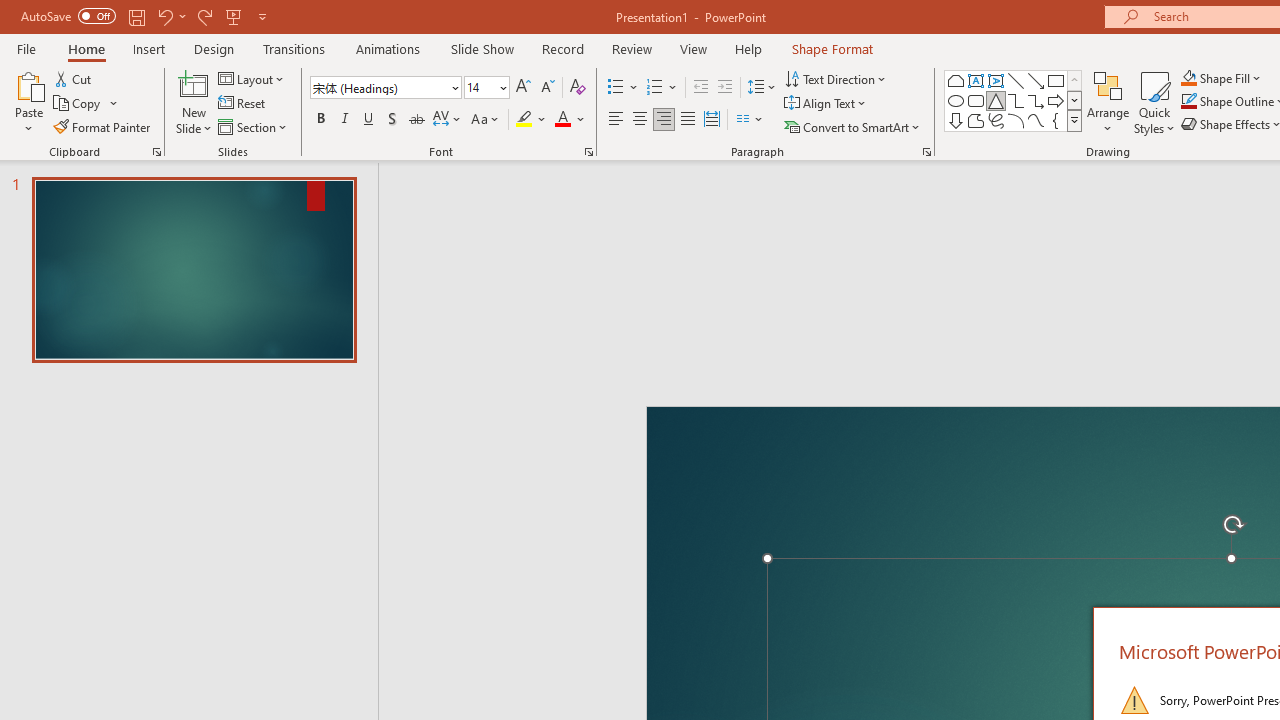 The height and width of the screenshot is (720, 1280). Describe the element at coordinates (1189, 101) in the screenshot. I see `'Shape Outline Blue, Accent 1'` at that location.